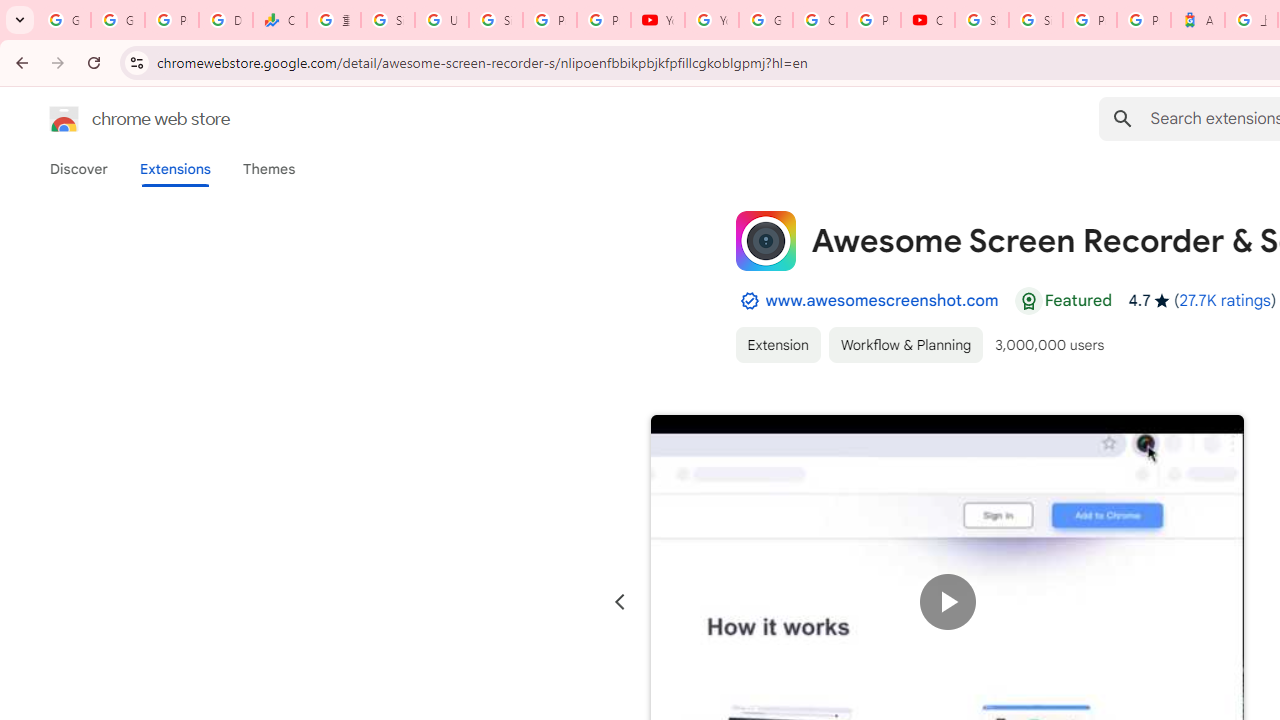  What do you see at coordinates (927, 20) in the screenshot?
I see `'Content Creator Programs & Opportunities - YouTube Creators'` at bounding box center [927, 20].